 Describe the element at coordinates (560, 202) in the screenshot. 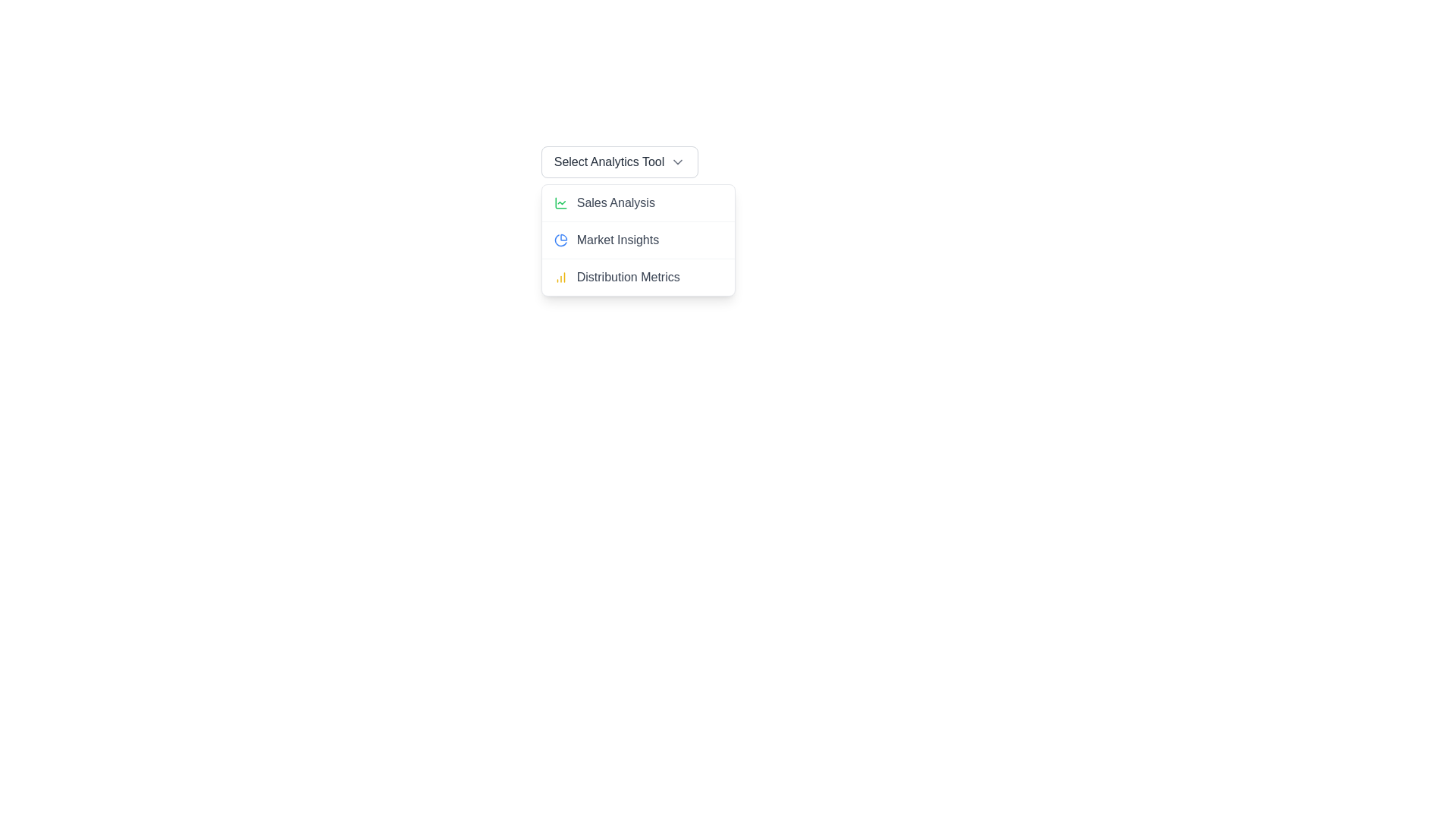

I see `the first icon on the left of the 'Sales Analysis' menu option in the dropdown list, located below the 'Select Analytics Tool' button` at that location.